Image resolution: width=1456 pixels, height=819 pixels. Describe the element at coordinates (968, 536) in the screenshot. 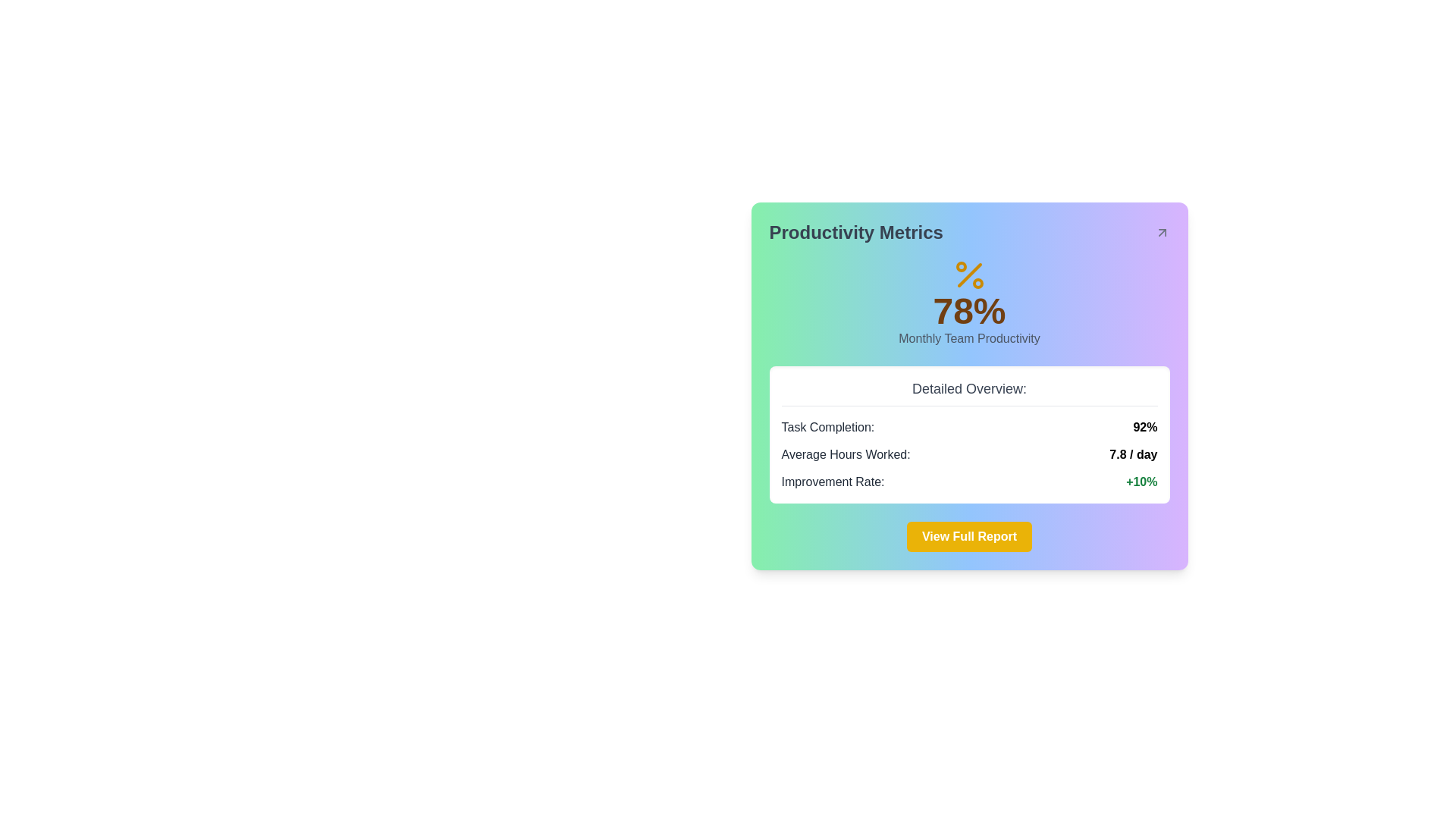

I see `the button located at the bottom of the 'Productivity Metrics' card` at that location.